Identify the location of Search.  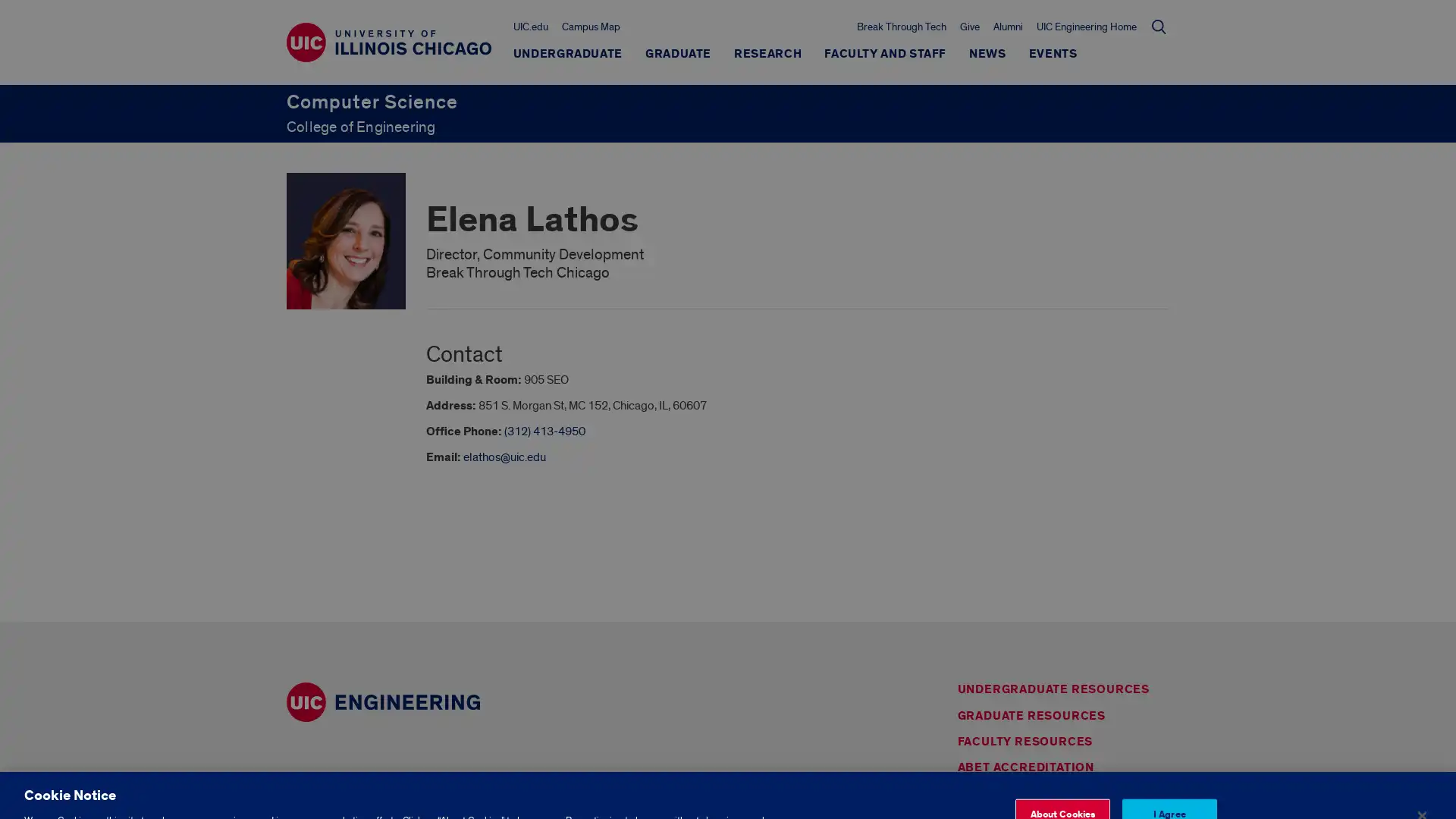
(1157, 26).